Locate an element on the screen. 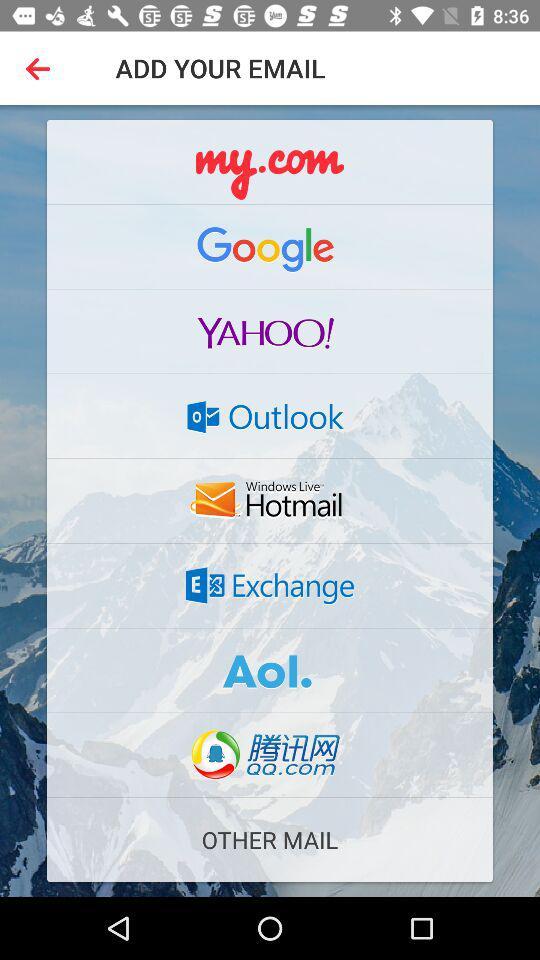  email is located at coordinates (270, 161).